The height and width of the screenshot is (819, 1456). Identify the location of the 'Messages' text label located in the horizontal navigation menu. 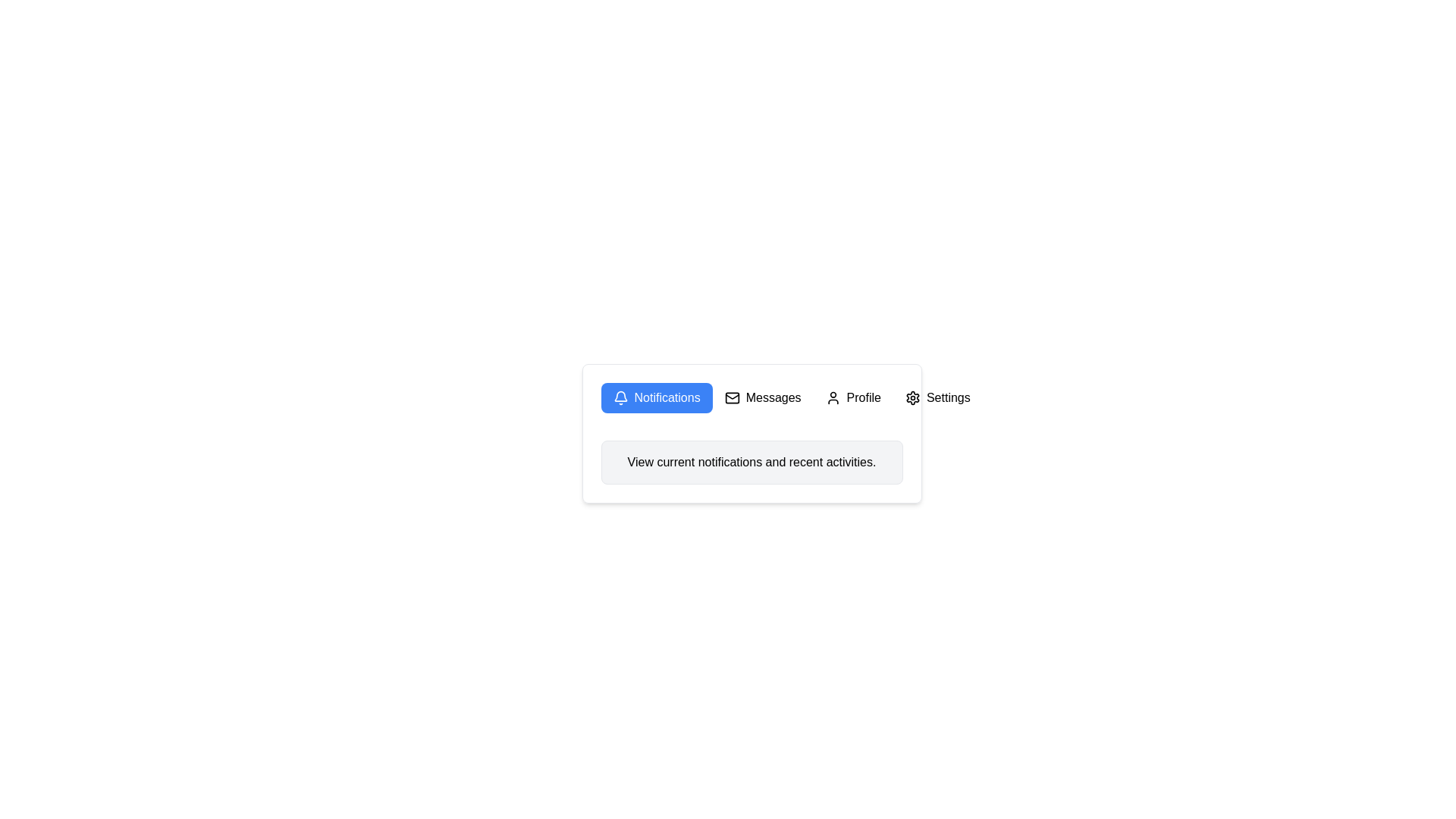
(773, 397).